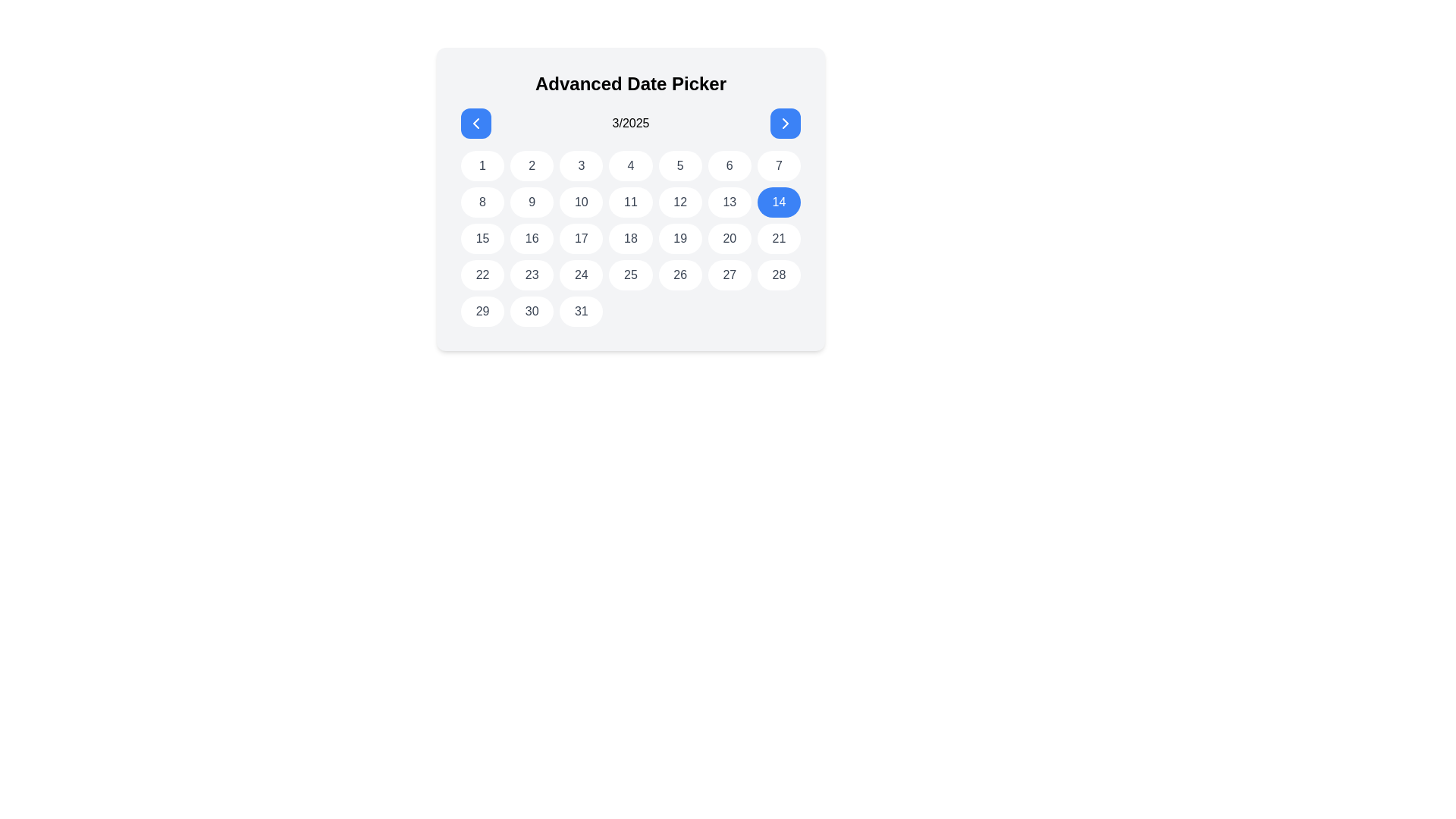 The width and height of the screenshot is (1456, 819). What do you see at coordinates (679, 275) in the screenshot?
I see `the button representing the date 26 in the calendar` at bounding box center [679, 275].